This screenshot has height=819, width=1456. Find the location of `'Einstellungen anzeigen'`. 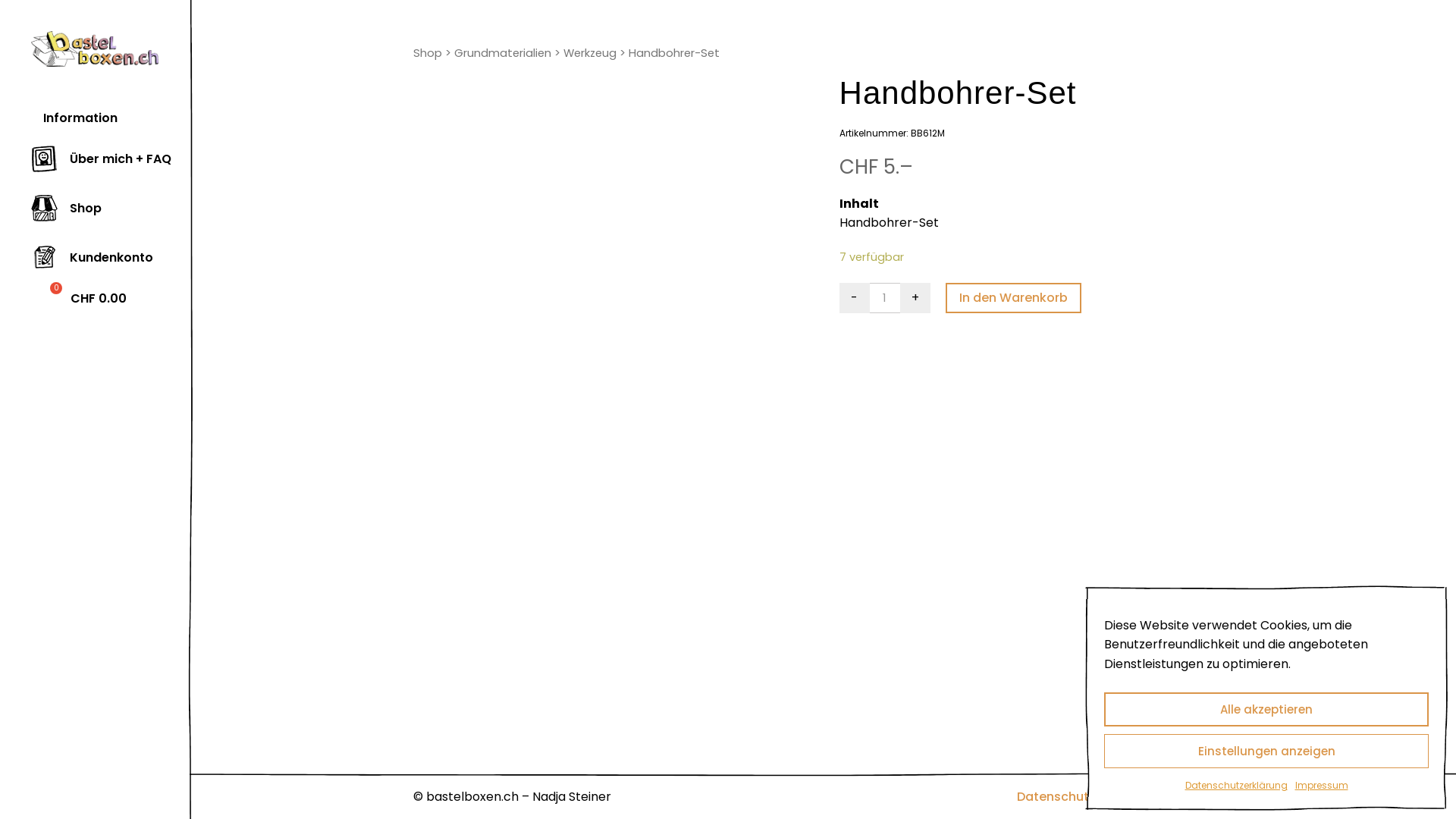

'Einstellungen anzeigen' is located at coordinates (1266, 751).